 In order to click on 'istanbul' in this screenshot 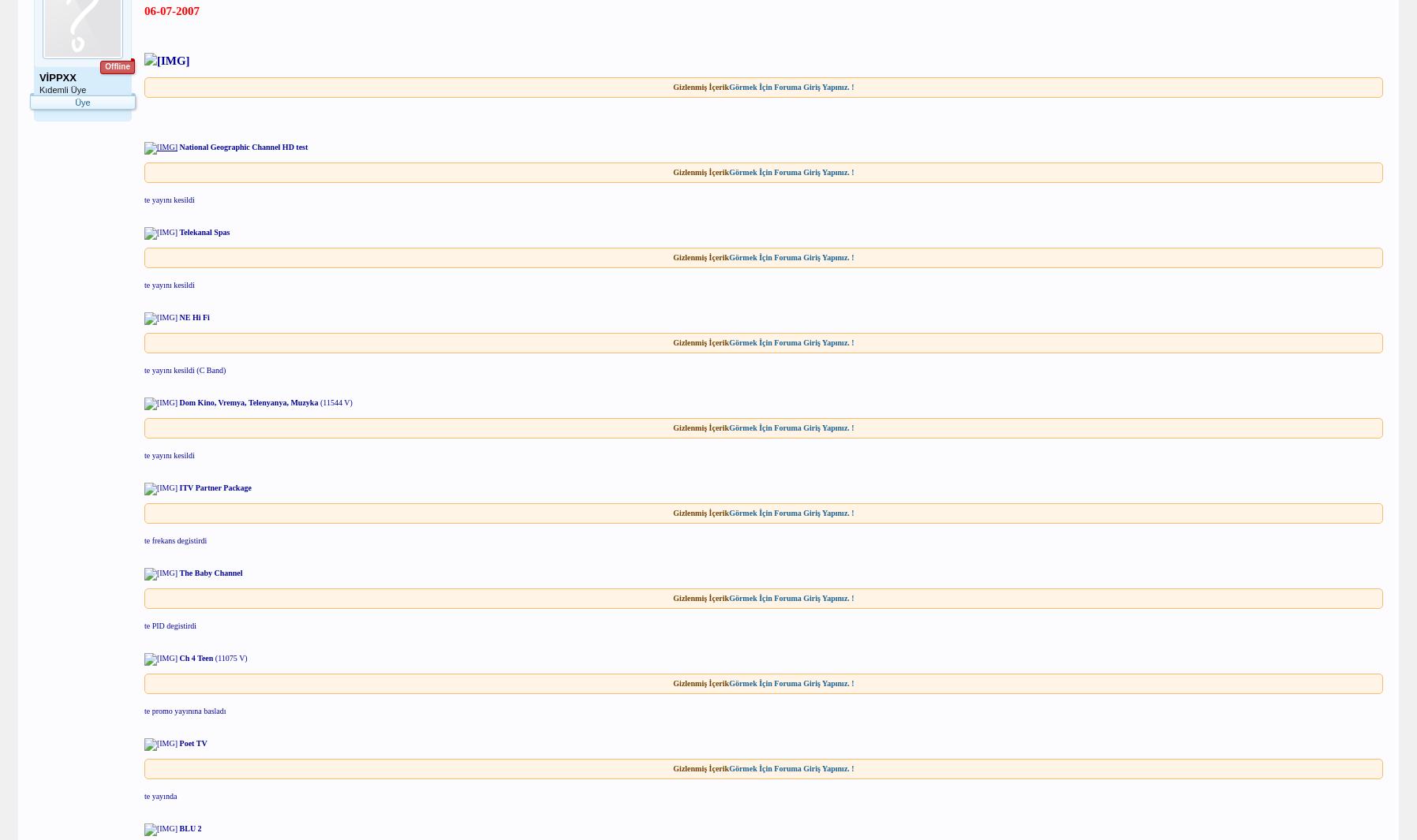, I will do `click(111, 164)`.